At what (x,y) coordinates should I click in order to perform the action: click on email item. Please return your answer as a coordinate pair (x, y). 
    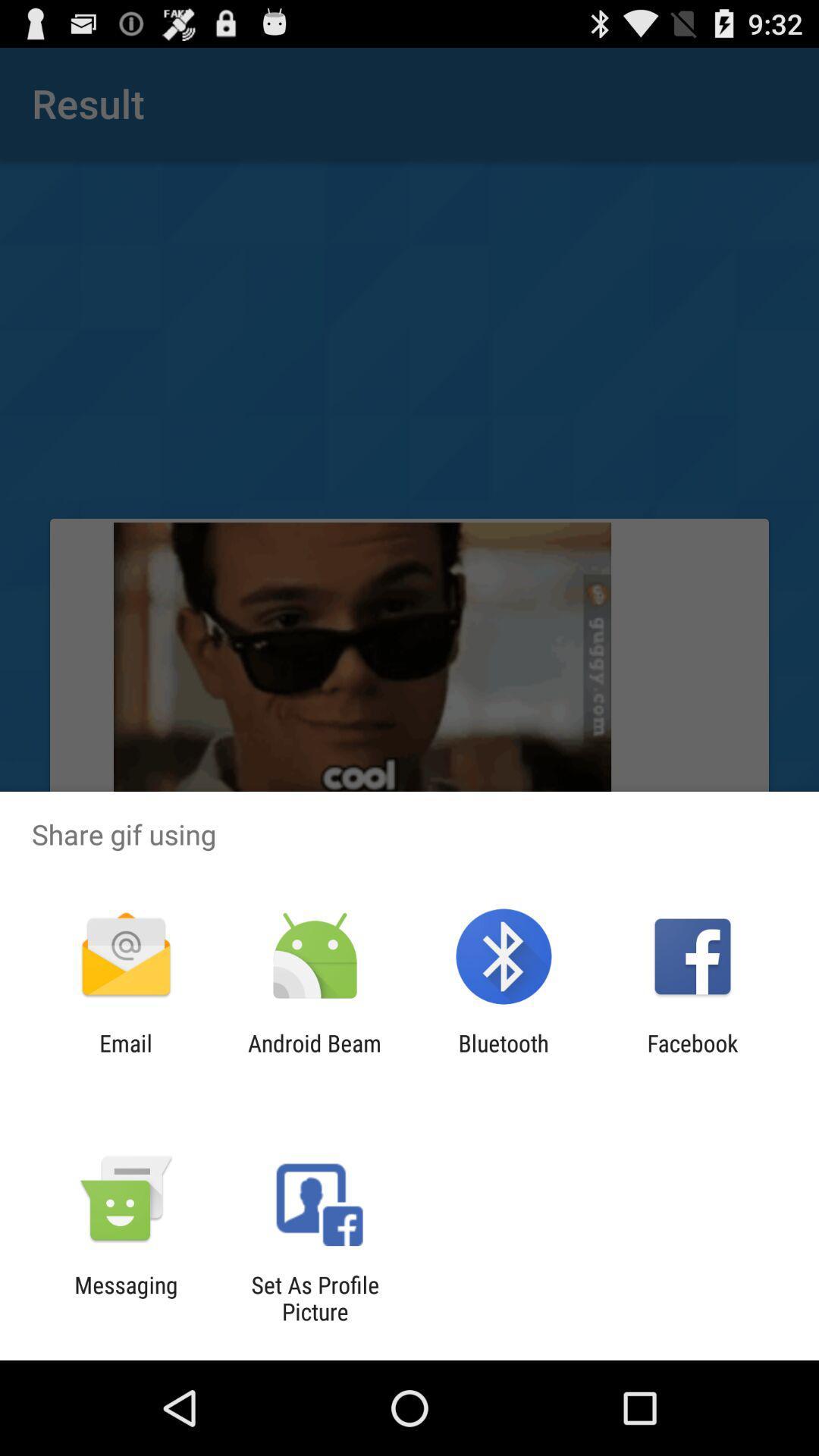
    Looking at the image, I should click on (125, 1056).